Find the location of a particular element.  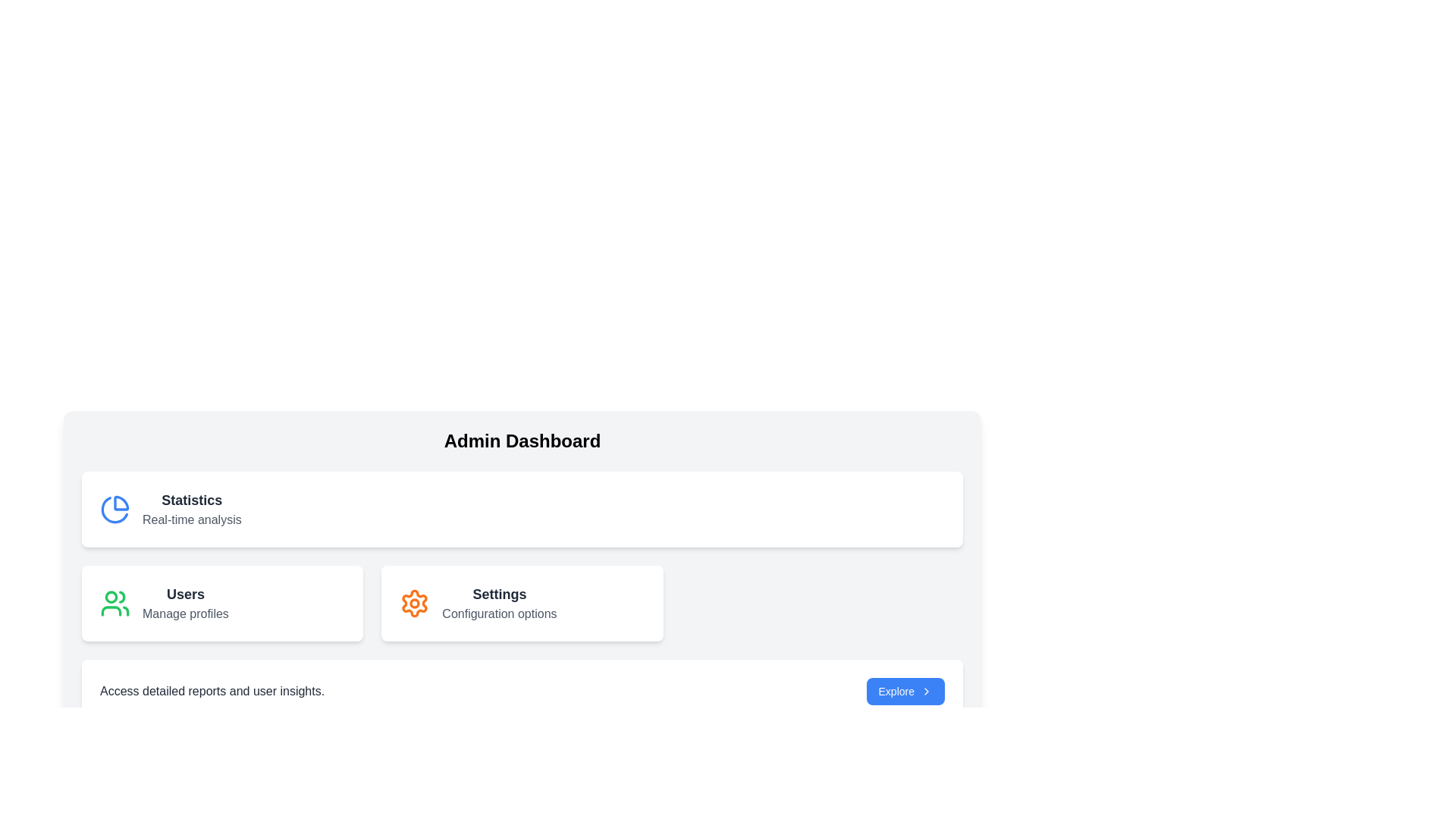

the second card in the grid layout under the 'Admin Dashboard' heading, which serves as a navigational entry point for user management is located at coordinates (221, 602).